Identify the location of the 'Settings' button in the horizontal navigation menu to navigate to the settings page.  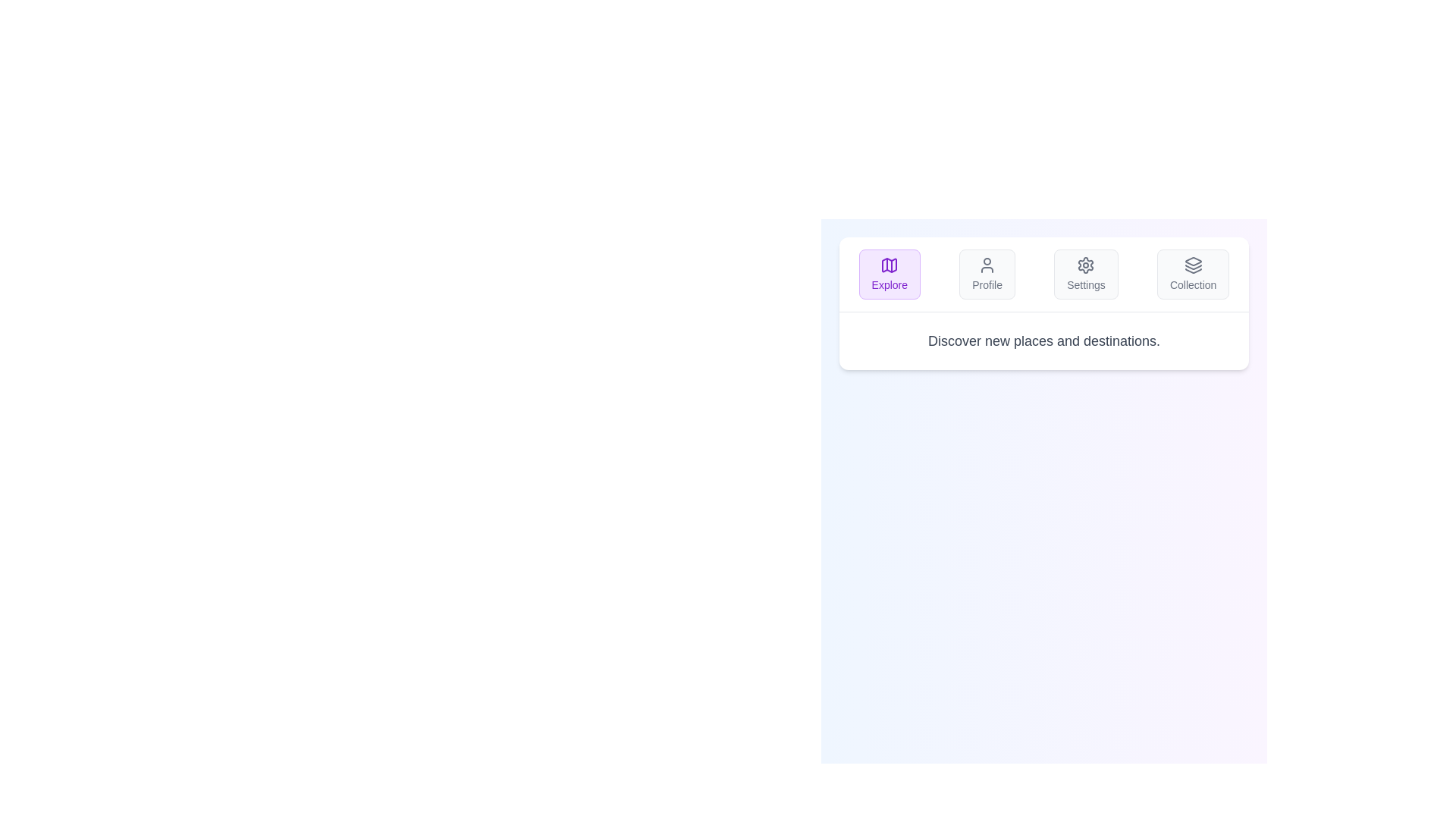
(1043, 275).